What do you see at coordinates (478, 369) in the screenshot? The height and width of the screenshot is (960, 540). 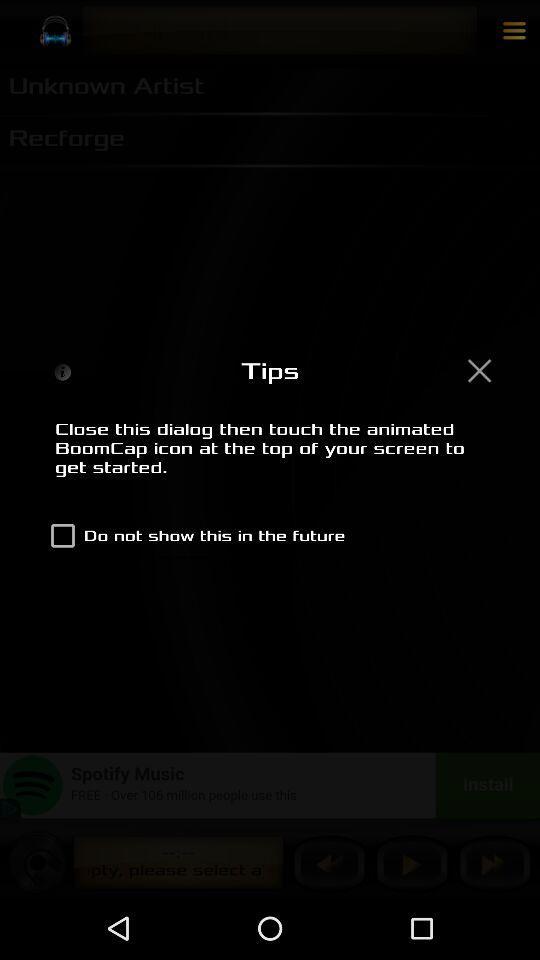 I see `icon above the close this dialog` at bounding box center [478, 369].